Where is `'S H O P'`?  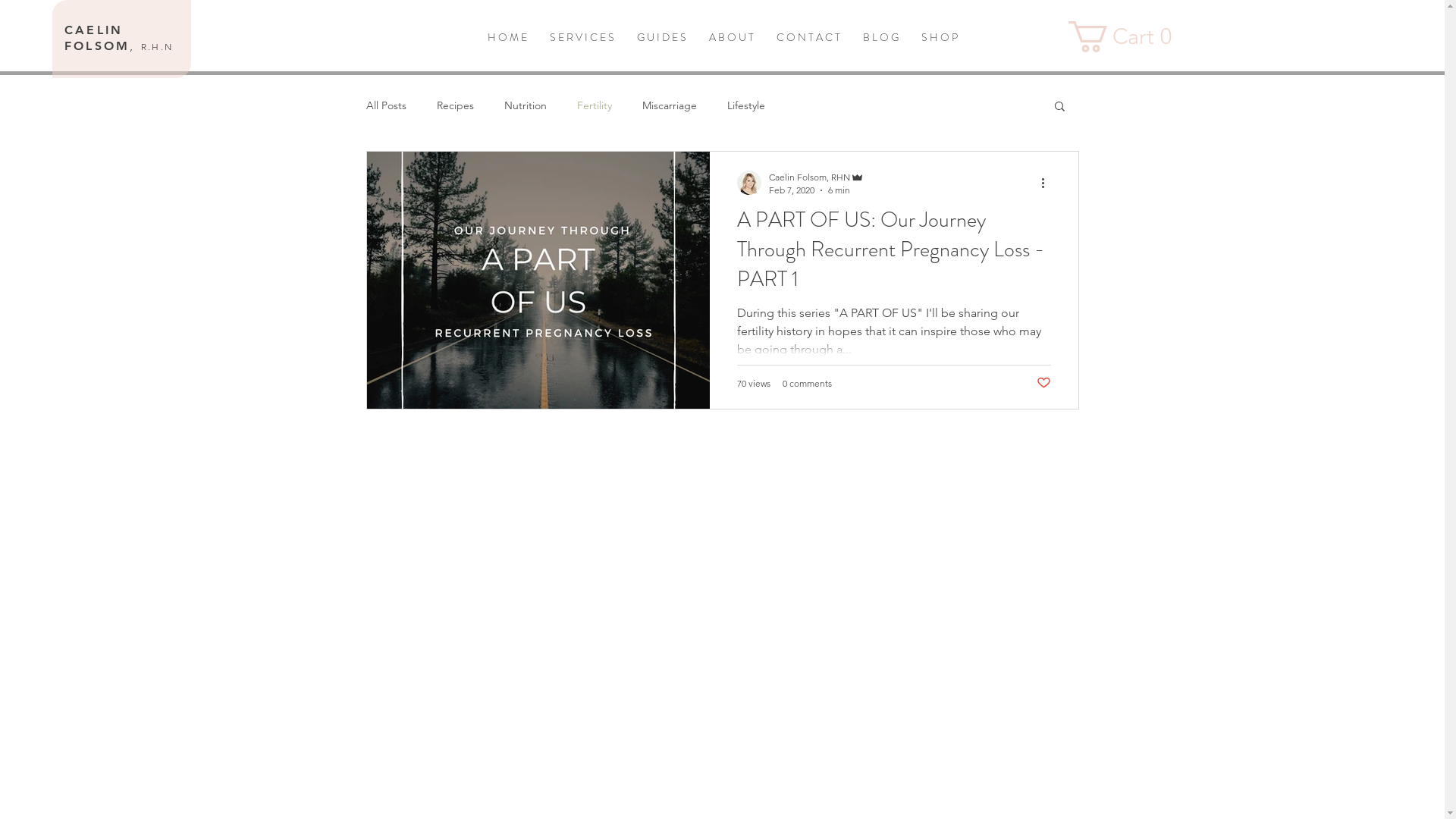
'S H O P' is located at coordinates (938, 36).